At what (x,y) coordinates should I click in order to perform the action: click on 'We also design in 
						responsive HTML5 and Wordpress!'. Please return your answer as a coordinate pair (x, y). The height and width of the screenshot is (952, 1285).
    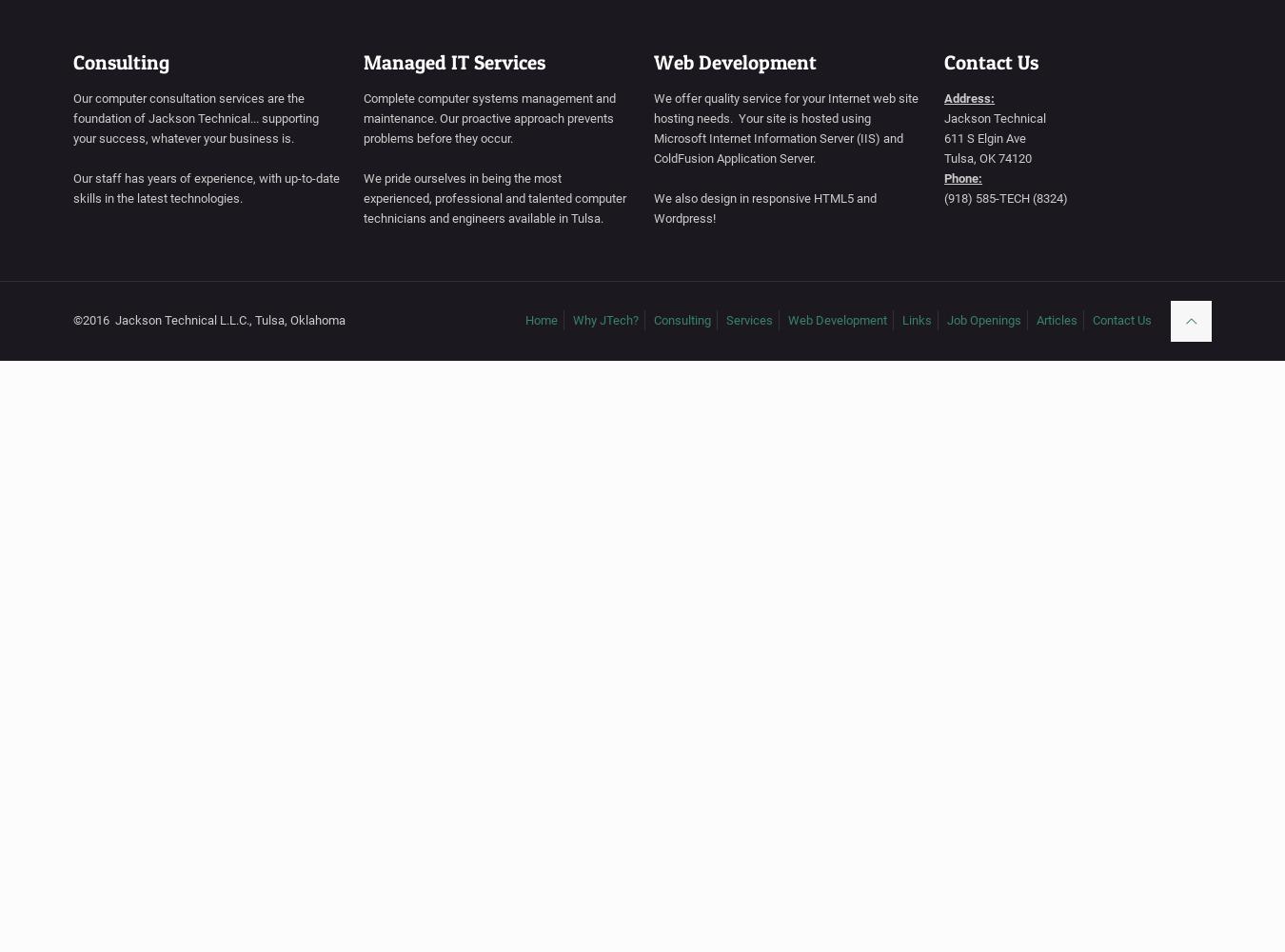
    Looking at the image, I should click on (765, 208).